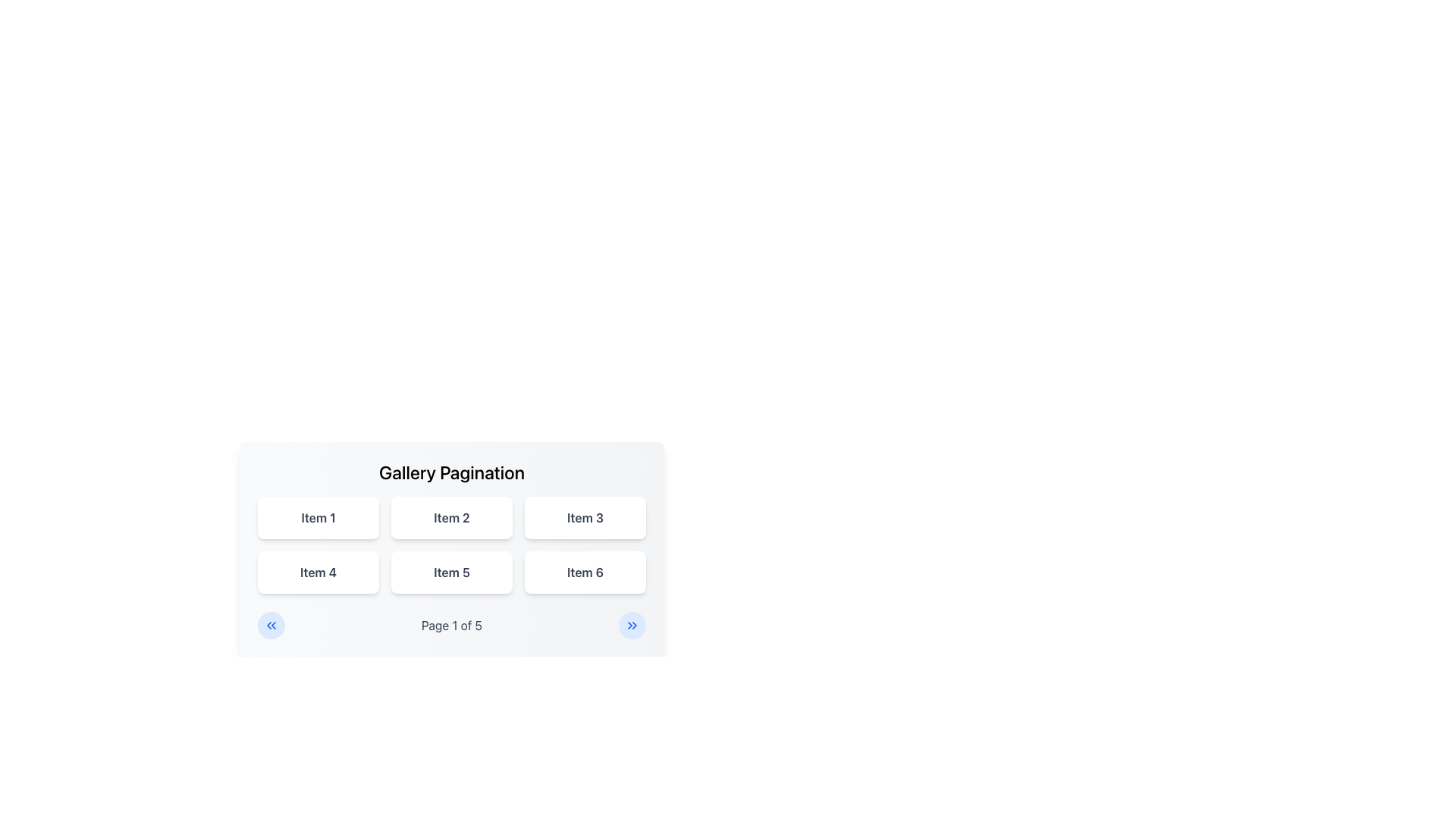 This screenshot has width=1456, height=819. Describe the element at coordinates (585, 573) in the screenshot. I see `the rectangular button labeled 'Item 6' with a white background and dark gray text, located in the second row, third column of the grid` at that location.